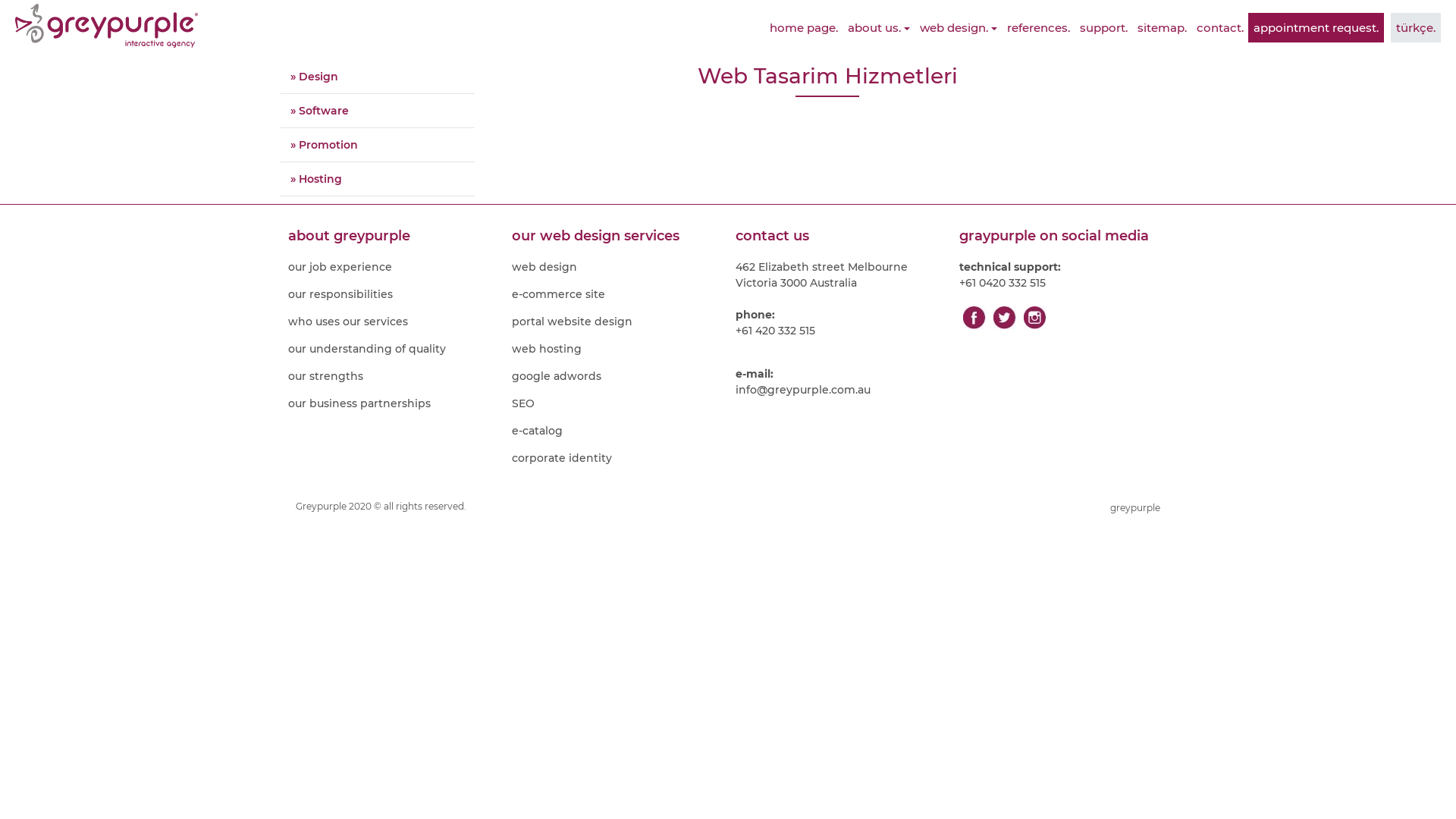 This screenshot has height=819, width=1456. What do you see at coordinates (287, 321) in the screenshot?
I see `'who uses our services'` at bounding box center [287, 321].